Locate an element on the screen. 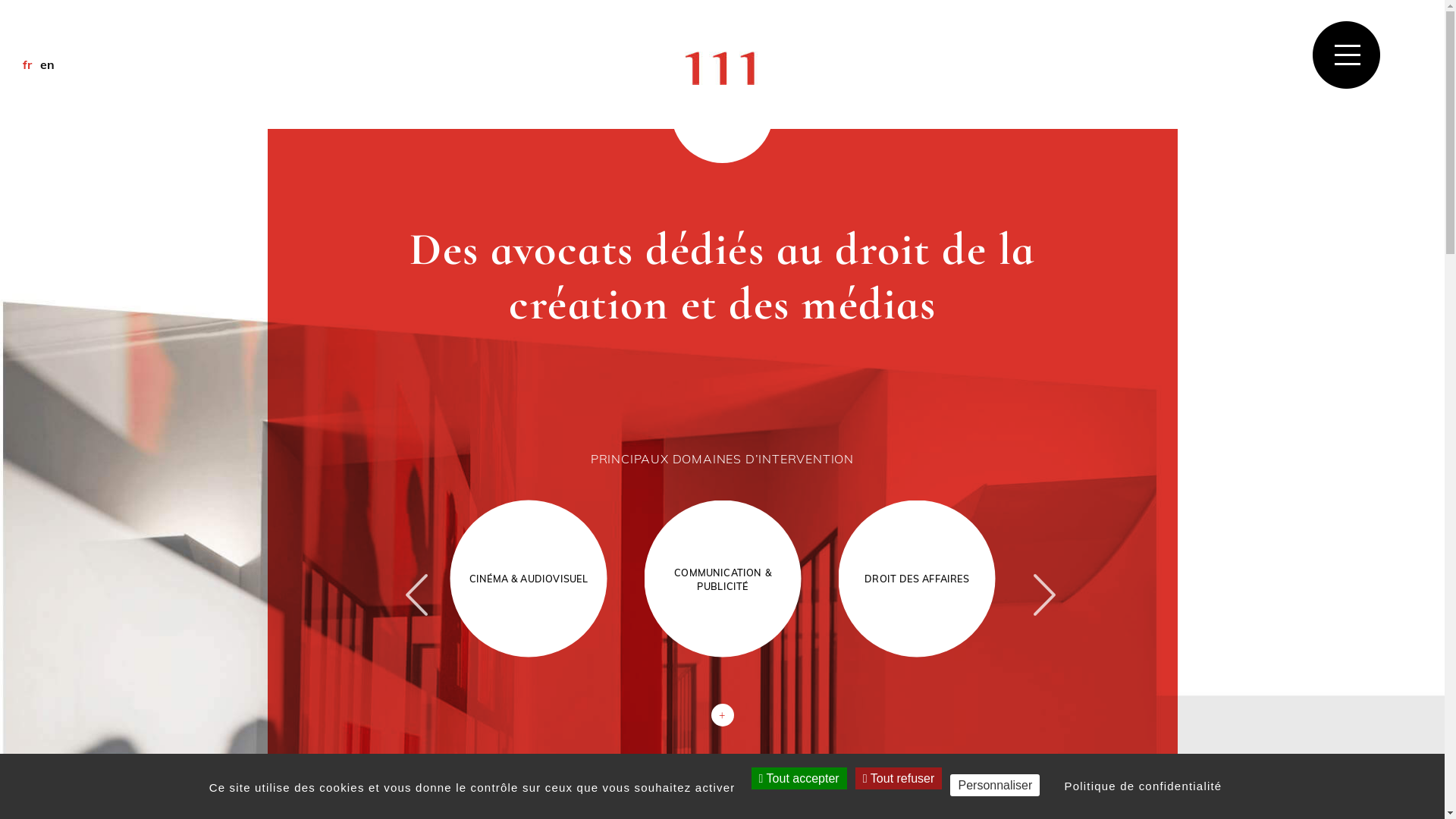 This screenshot has width=1456, height=819. 'Tout accepter' is located at coordinates (751, 778).